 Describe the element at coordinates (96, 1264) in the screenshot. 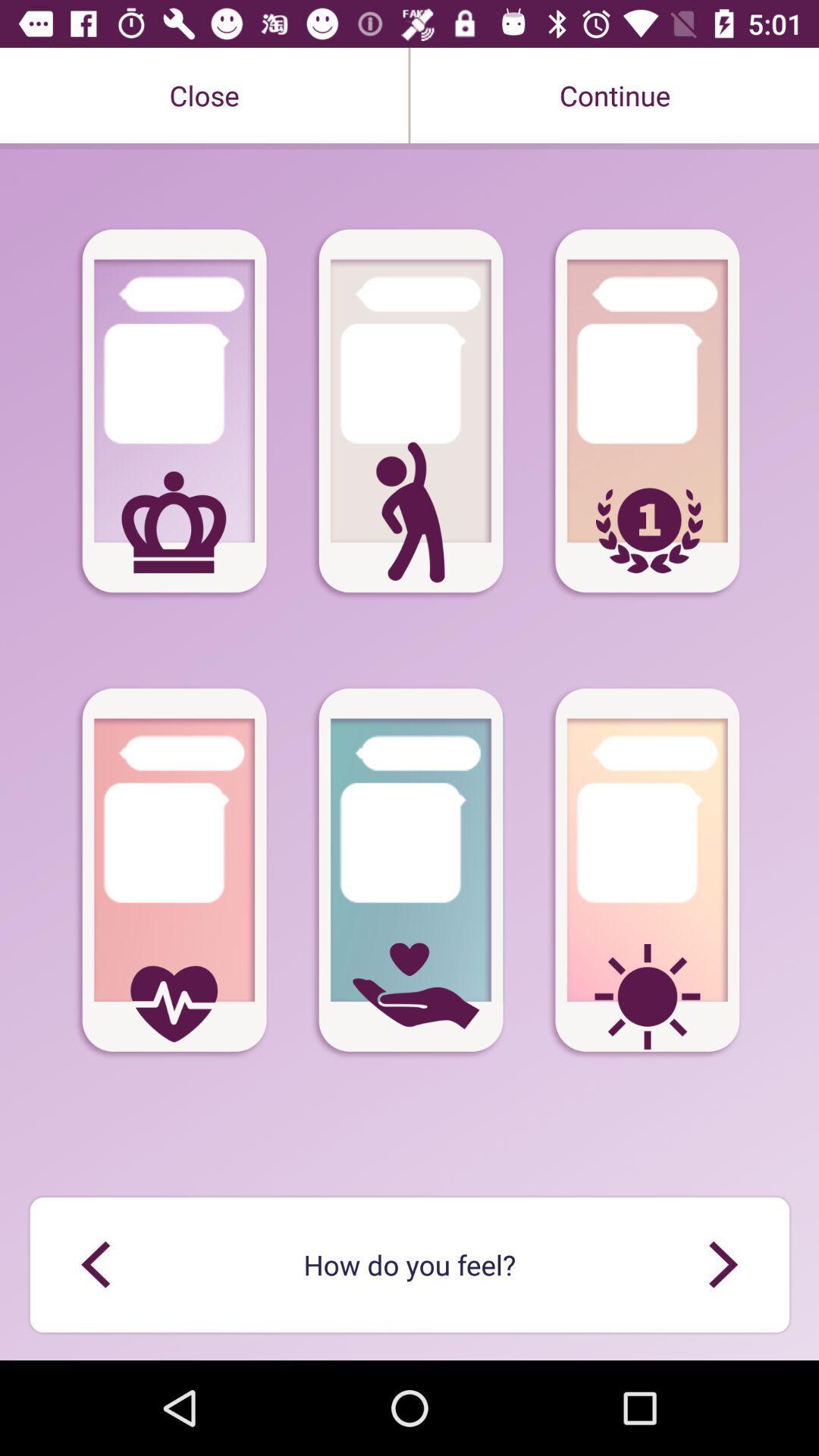

I see `the arrow_backward icon` at that location.